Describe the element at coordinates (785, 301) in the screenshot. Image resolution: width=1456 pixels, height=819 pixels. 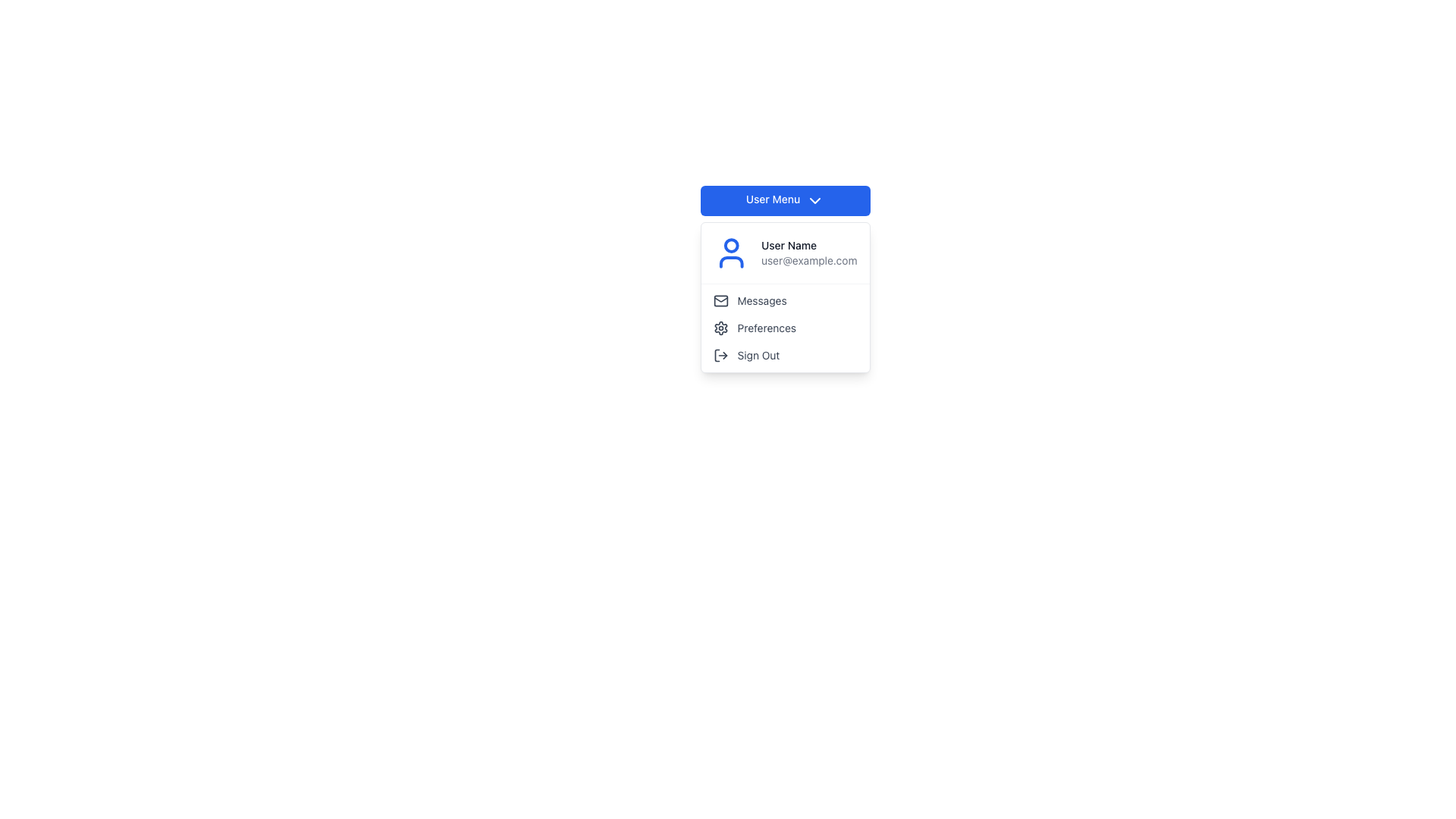
I see `the 'Messages' hyperlink with icon located in the dropdown menu below the 'User Menu' button` at that location.